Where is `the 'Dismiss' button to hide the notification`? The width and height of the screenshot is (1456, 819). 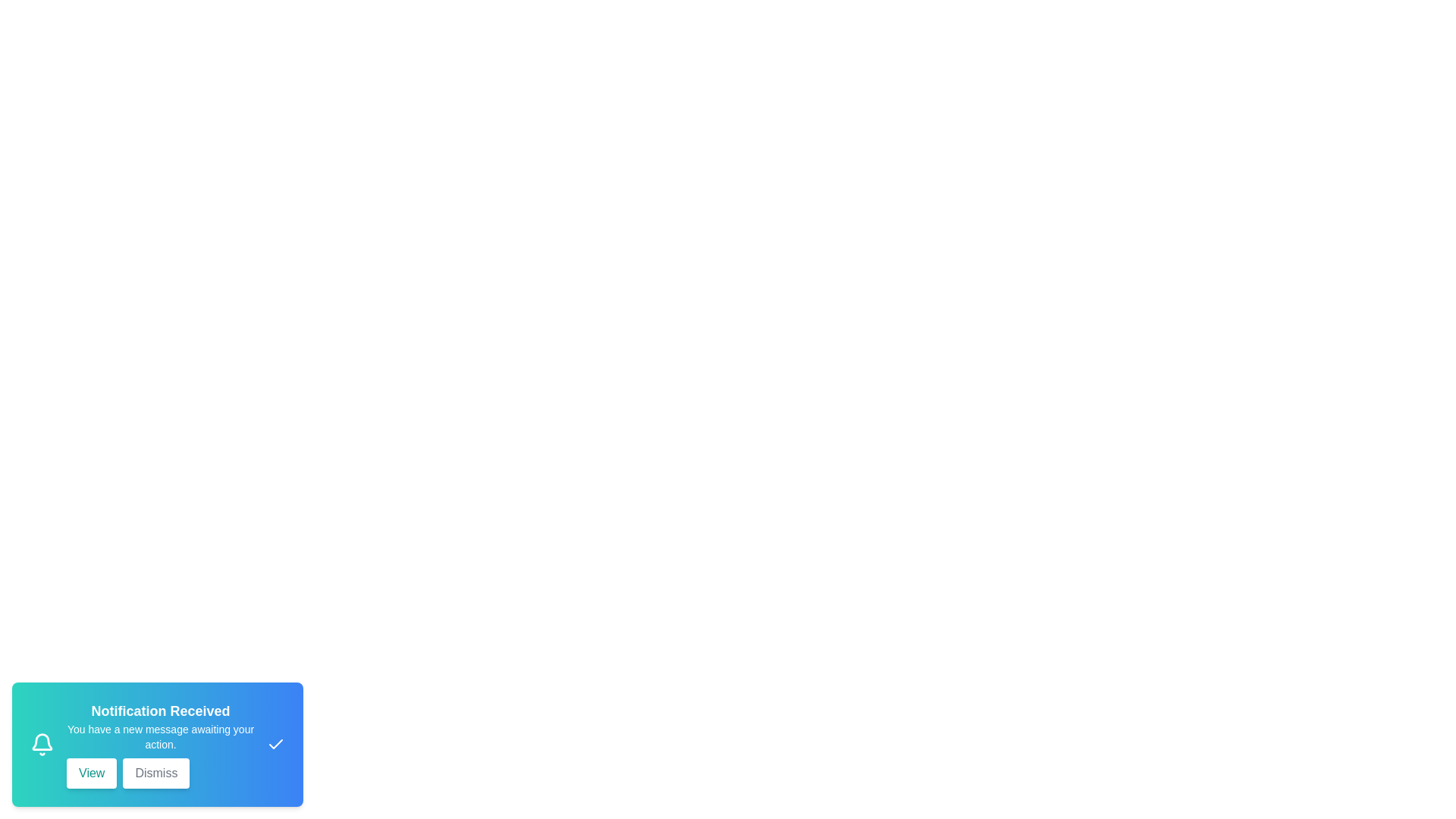
the 'Dismiss' button to hide the notification is located at coordinates (156, 773).